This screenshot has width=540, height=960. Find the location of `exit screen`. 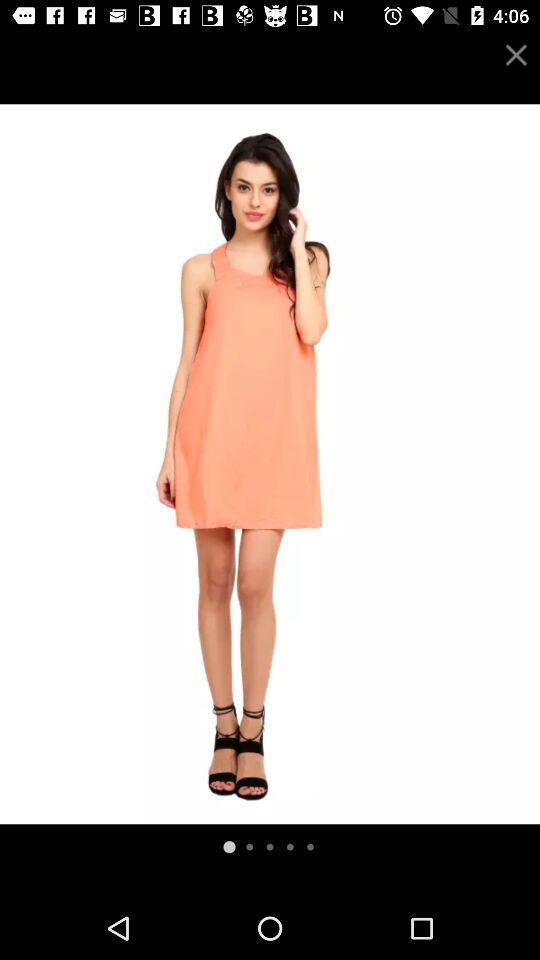

exit screen is located at coordinates (516, 54).